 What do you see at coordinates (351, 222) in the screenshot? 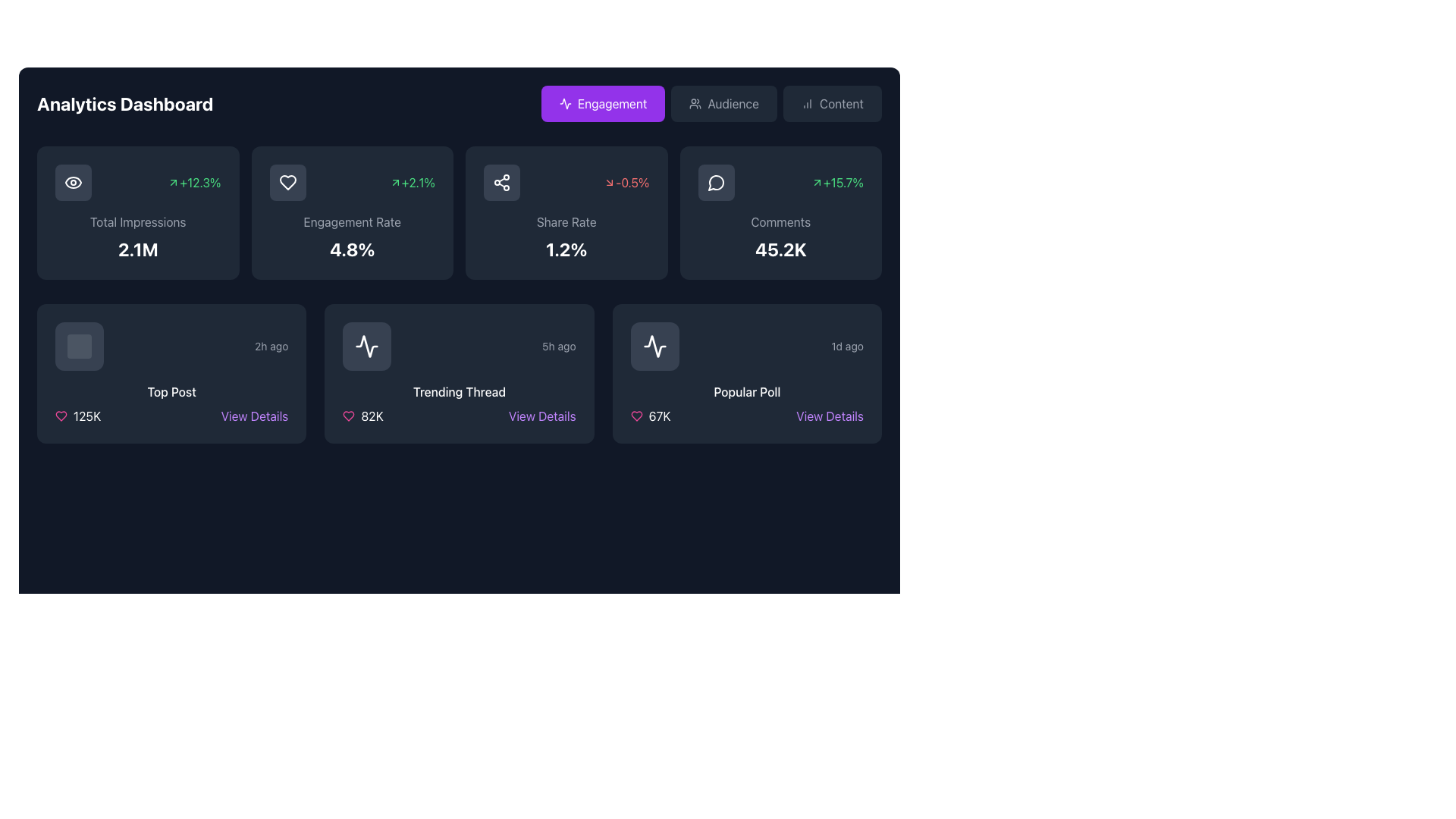
I see `the text label describing the 'Engagement Rate' metric, which is positioned above the numerical representation '4.8%' in the dashboard grid layout` at bounding box center [351, 222].